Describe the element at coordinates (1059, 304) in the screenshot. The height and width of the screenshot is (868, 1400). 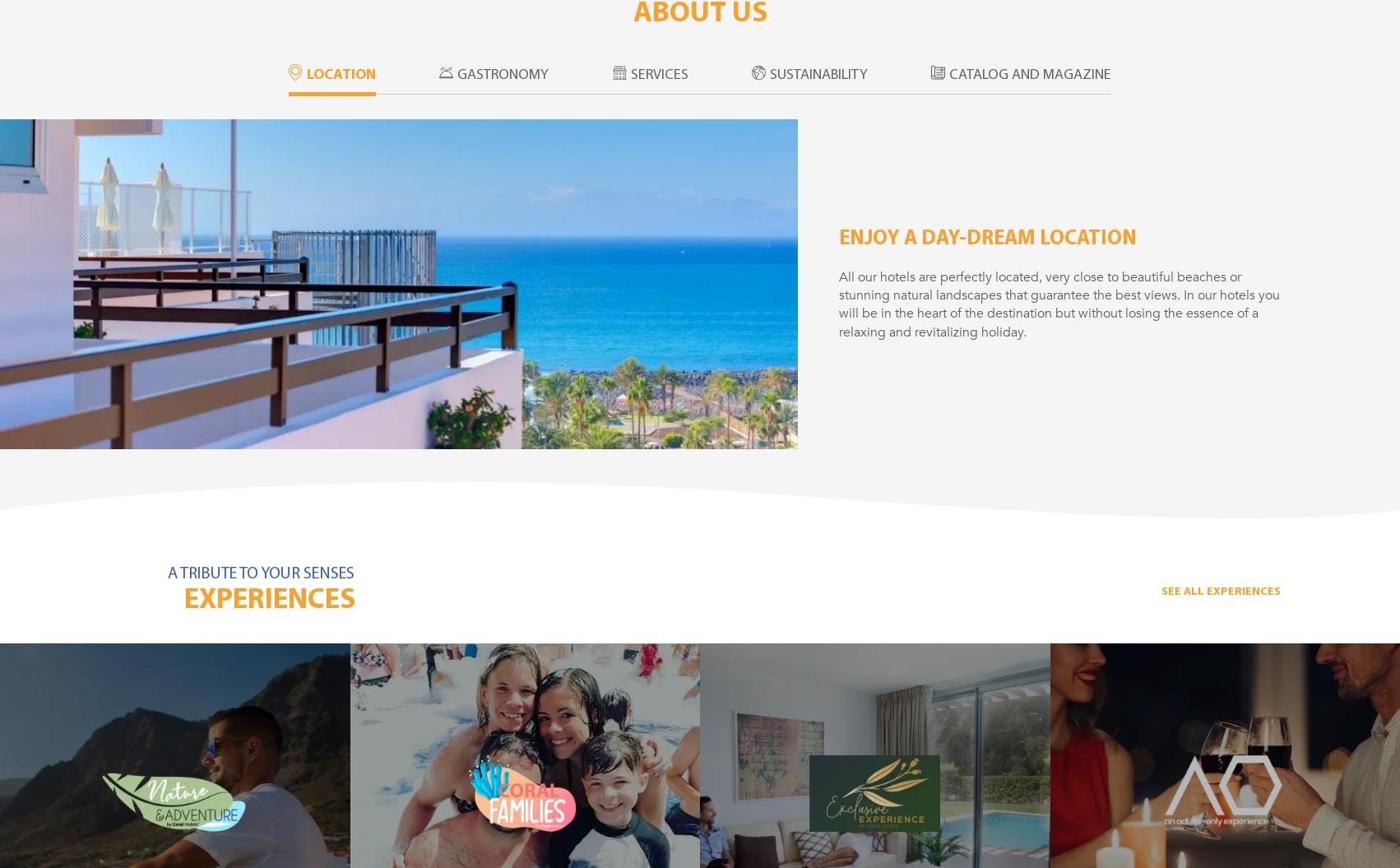
I see `'All our hotels are perfectly located, very close to beautiful beaches or stunning natural landscapes that guarantee the best views. In our hotels you will be in the heart of the destination but without losing the essence of a relaxing and revitalizing holiday.'` at that location.